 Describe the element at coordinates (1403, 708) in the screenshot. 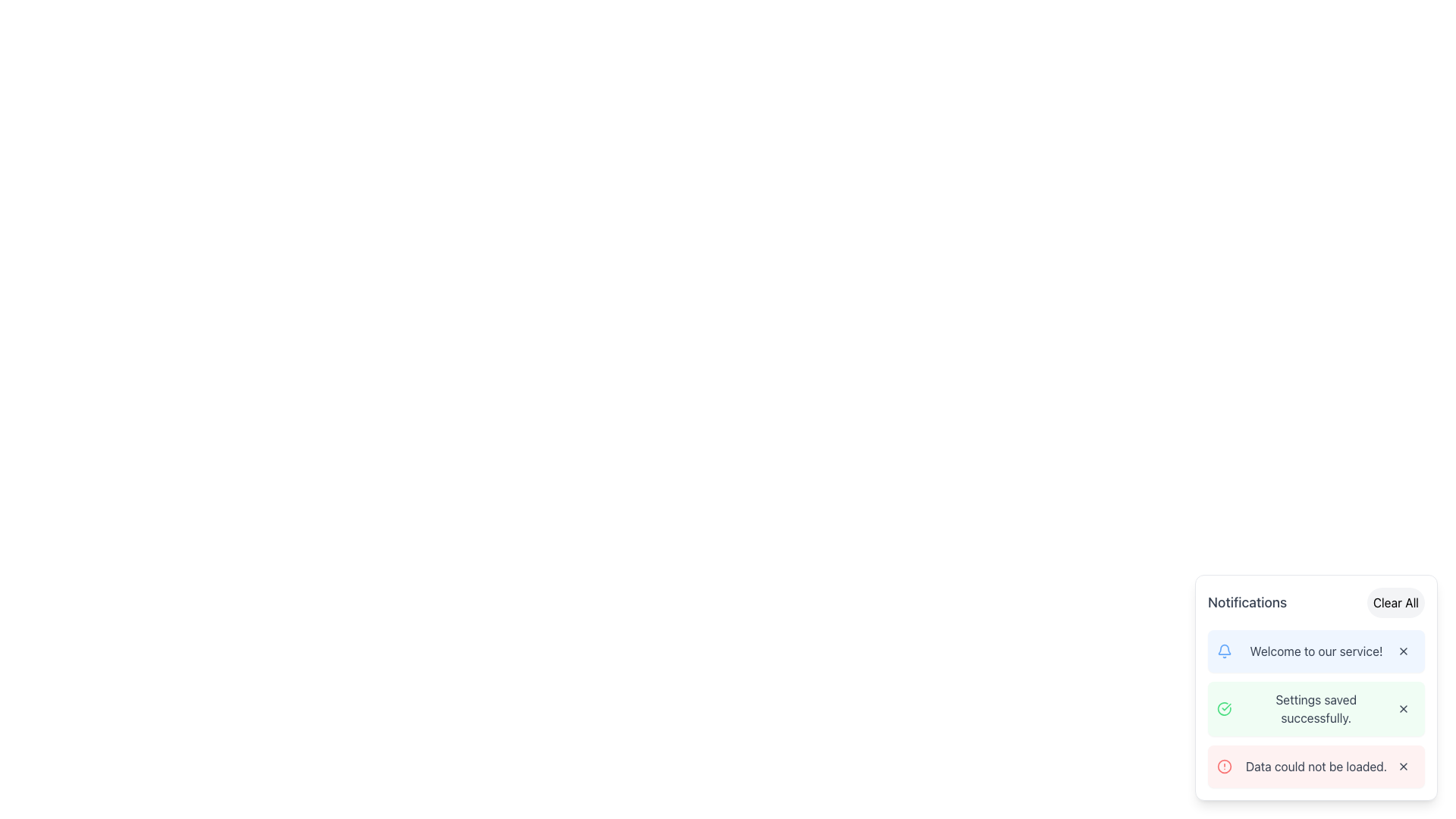

I see `the close icon button located at the far right side of the 'Settings saved successfully' notification card` at that location.